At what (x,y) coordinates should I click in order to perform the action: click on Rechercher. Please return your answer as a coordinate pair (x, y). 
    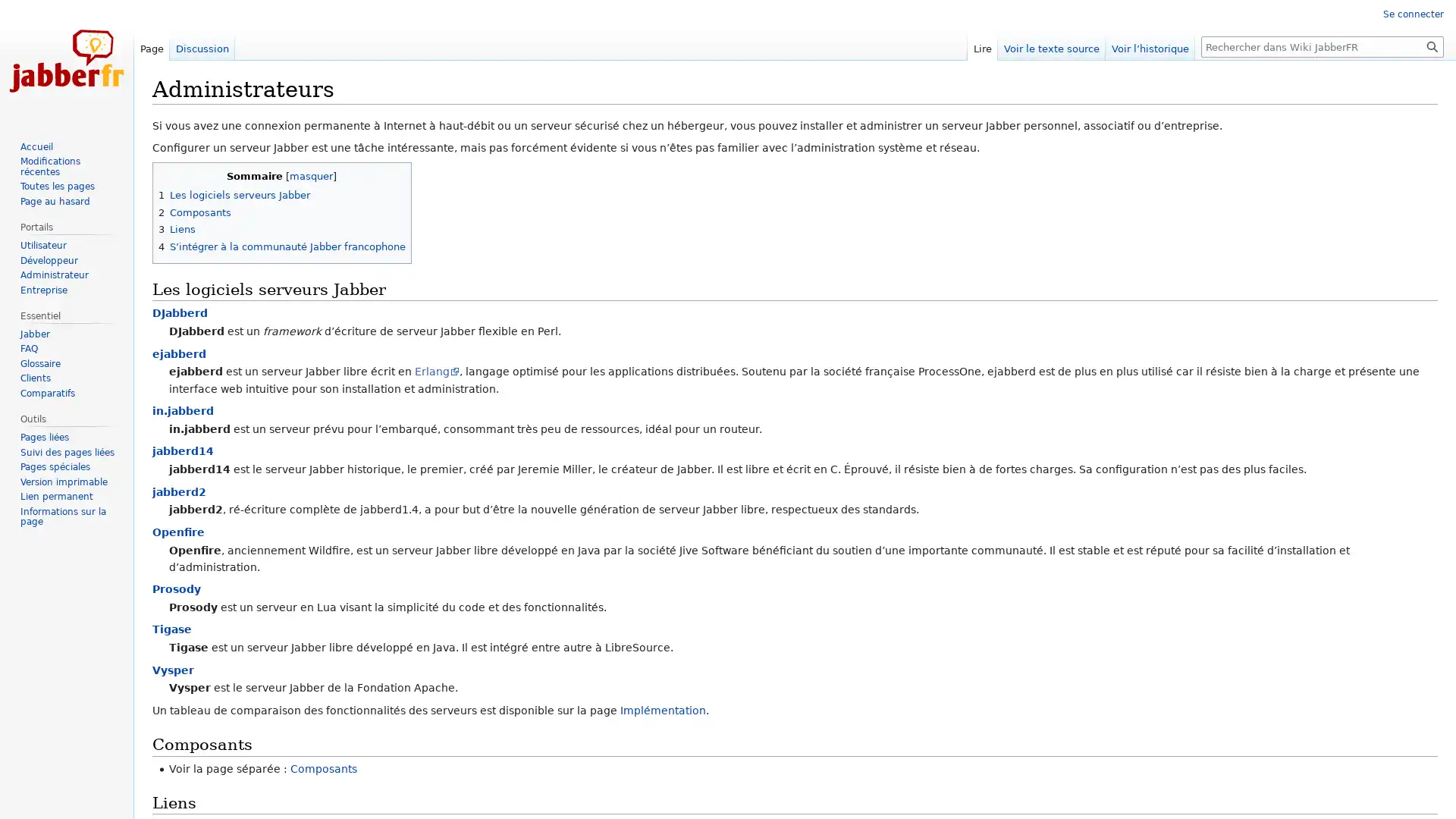
    Looking at the image, I should click on (1432, 45).